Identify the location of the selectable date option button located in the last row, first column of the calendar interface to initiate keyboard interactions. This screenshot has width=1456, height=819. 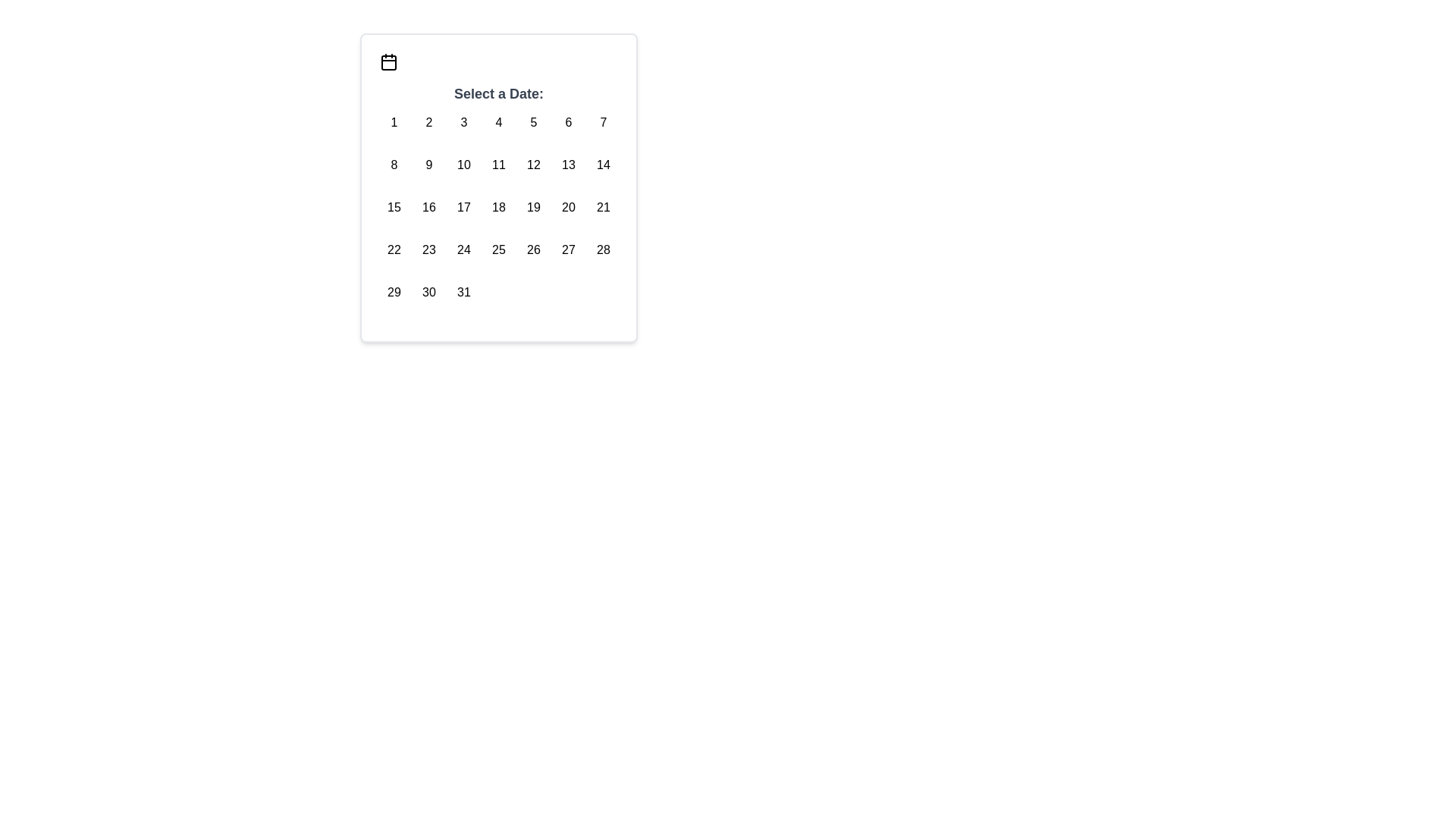
(394, 292).